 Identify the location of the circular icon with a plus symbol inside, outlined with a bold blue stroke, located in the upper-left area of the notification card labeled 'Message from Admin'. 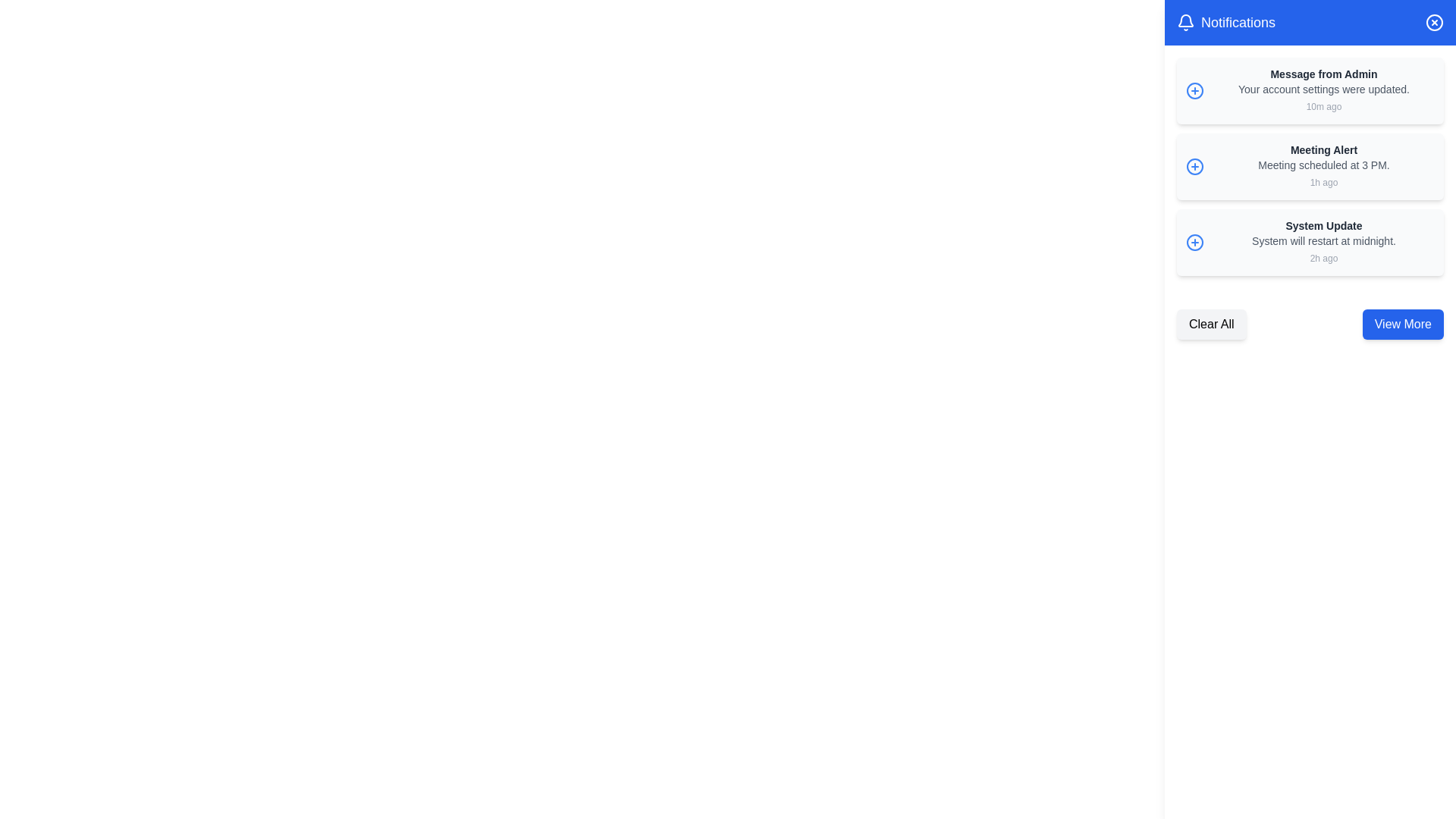
(1194, 90).